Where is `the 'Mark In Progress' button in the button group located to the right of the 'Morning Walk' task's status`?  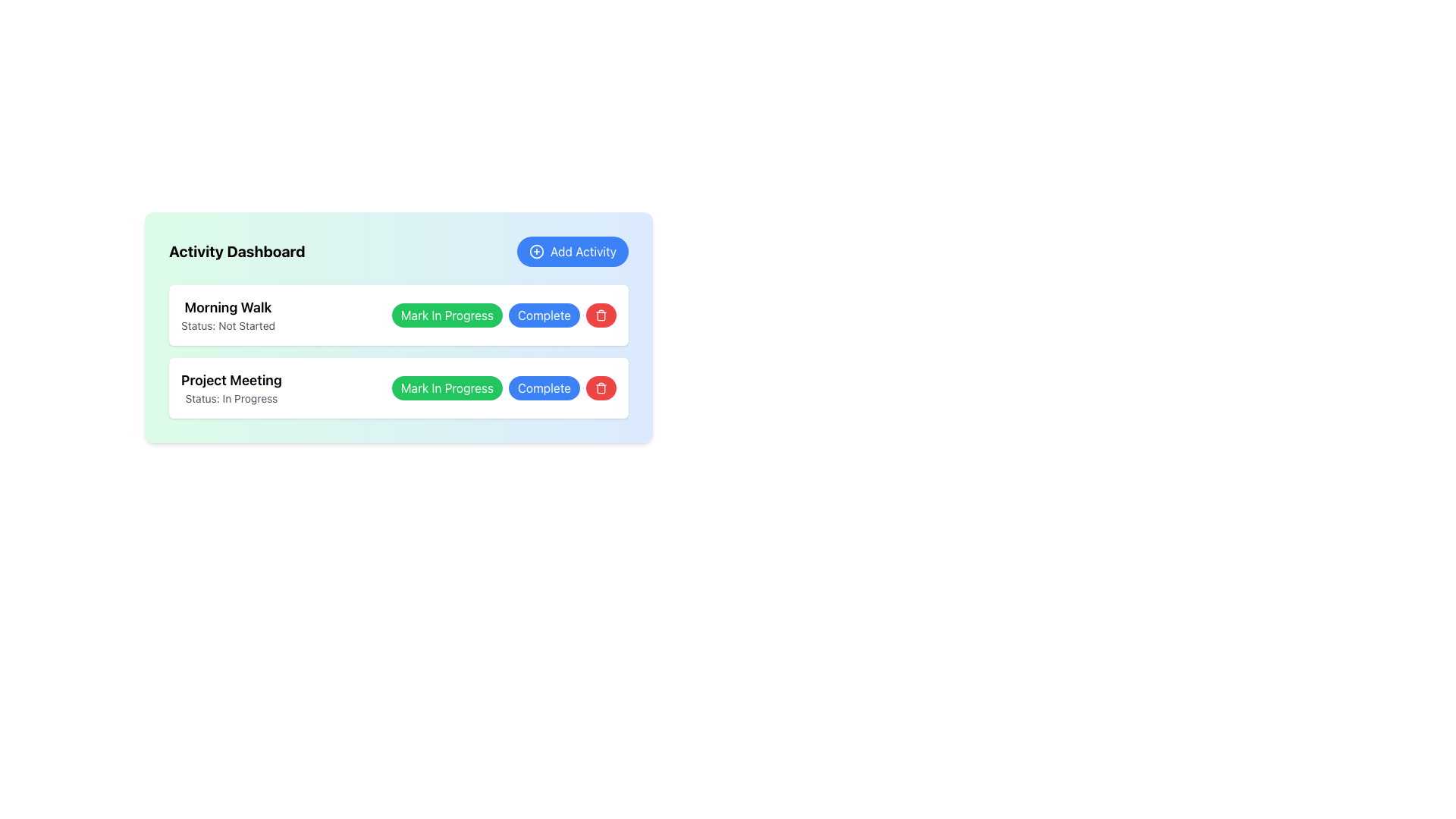 the 'Mark In Progress' button in the button group located to the right of the 'Morning Walk' task's status is located at coordinates (504, 315).